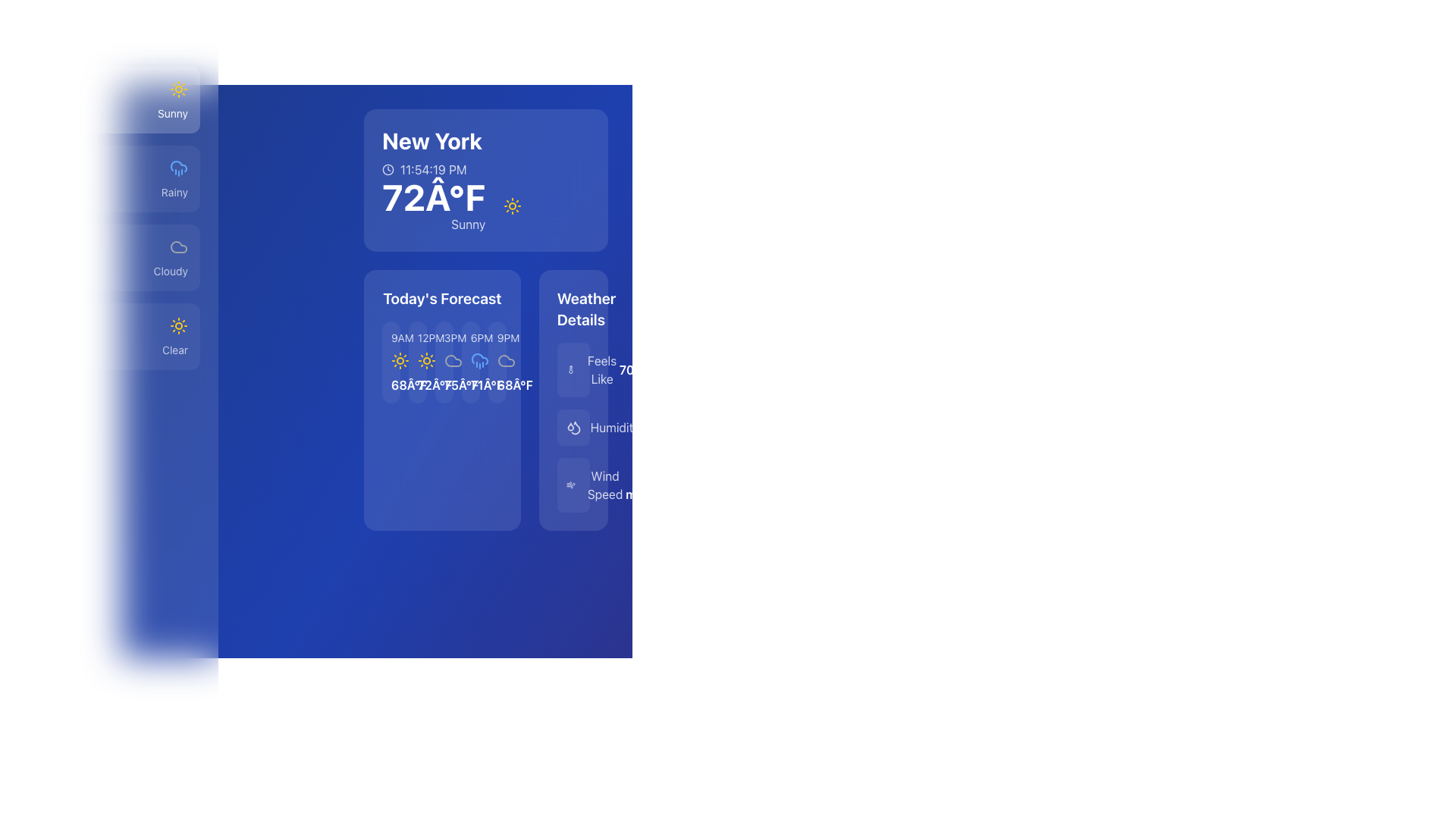  What do you see at coordinates (615, 427) in the screenshot?
I see `the 'Humidity' label that displays the word in white font with reduced opacity, located in the 'Weather Details' section, next to the water drop icon` at bounding box center [615, 427].